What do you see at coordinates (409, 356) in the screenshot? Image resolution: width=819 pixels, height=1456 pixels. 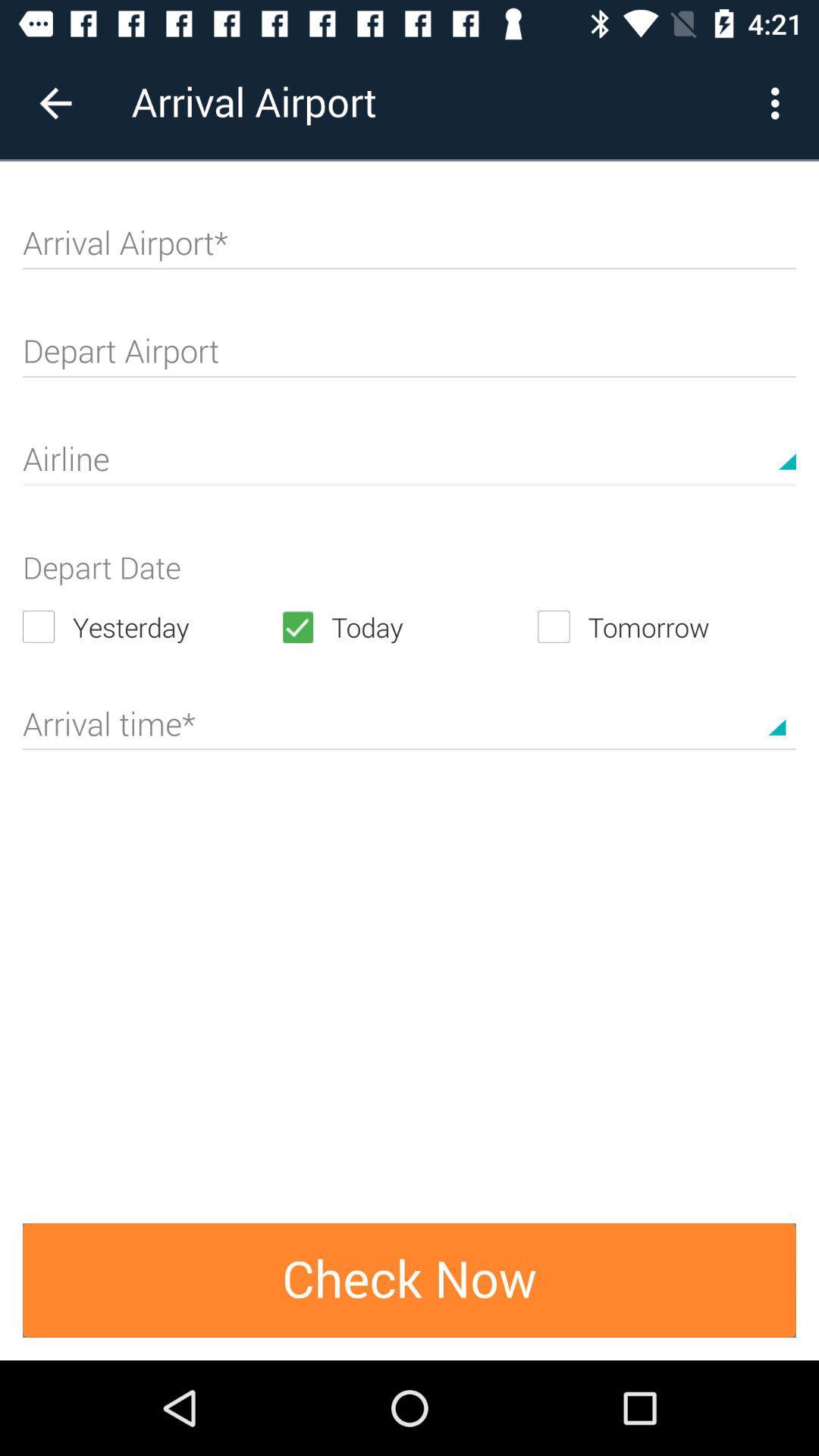 I see `departure airport` at bounding box center [409, 356].